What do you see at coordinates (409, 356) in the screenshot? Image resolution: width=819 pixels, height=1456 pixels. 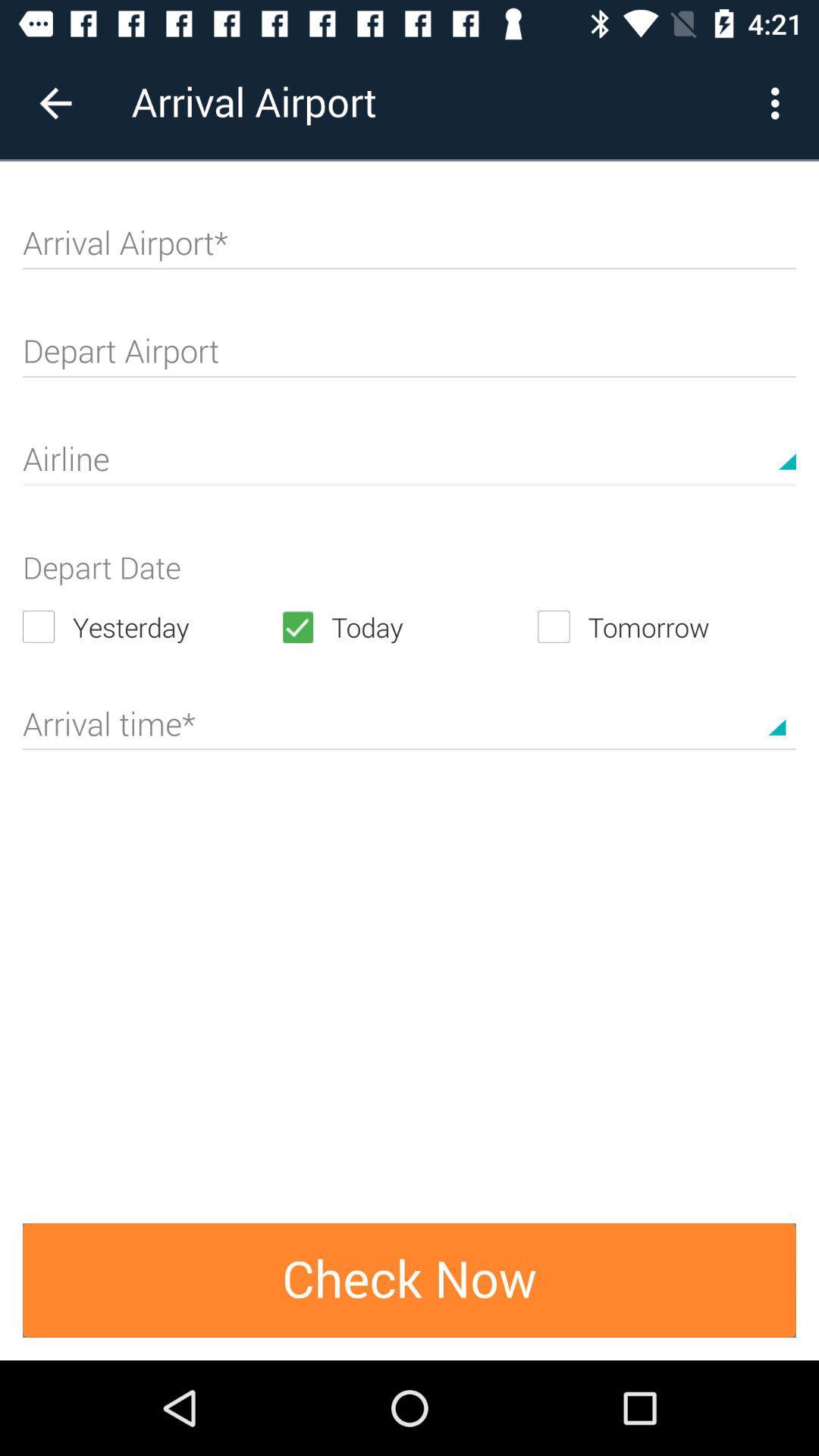 I see `departure airport` at bounding box center [409, 356].